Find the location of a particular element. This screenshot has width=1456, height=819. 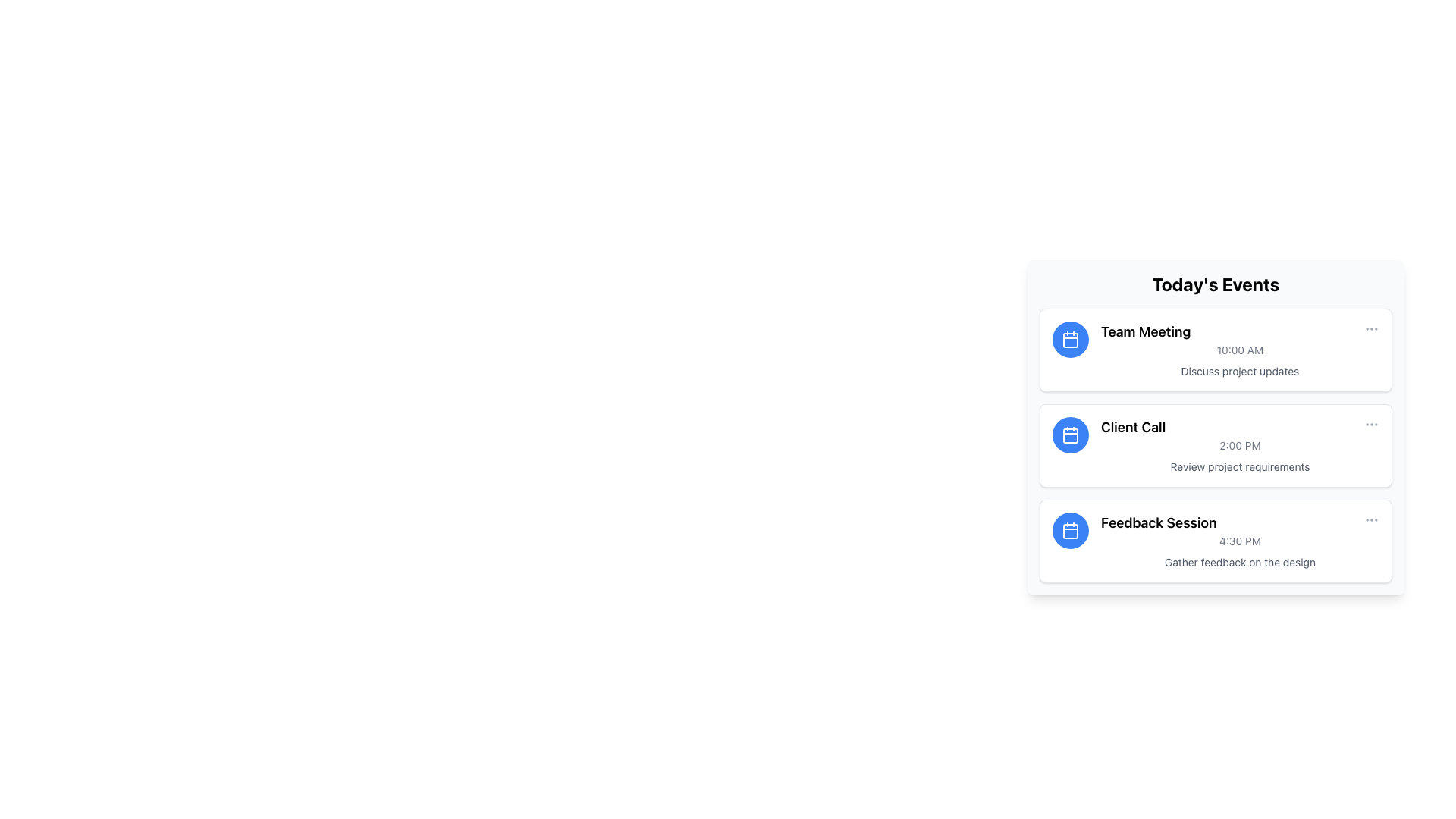

the horizontal three-dot menu icon located to the right of the 'Client Call' event title in the 'Today's Events' interface is located at coordinates (1372, 424).